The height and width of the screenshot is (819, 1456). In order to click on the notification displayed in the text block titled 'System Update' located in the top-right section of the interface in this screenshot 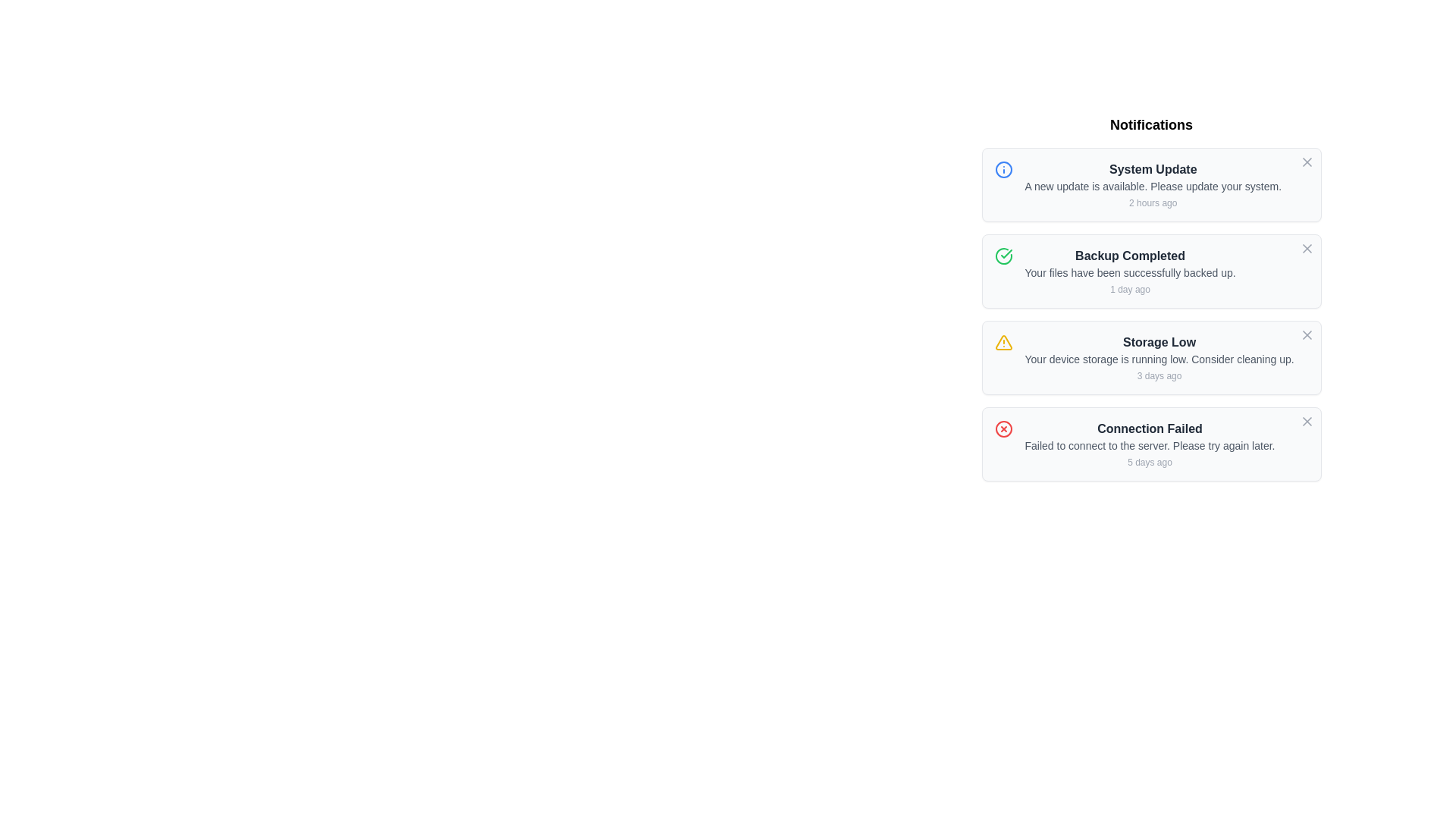, I will do `click(1153, 184)`.